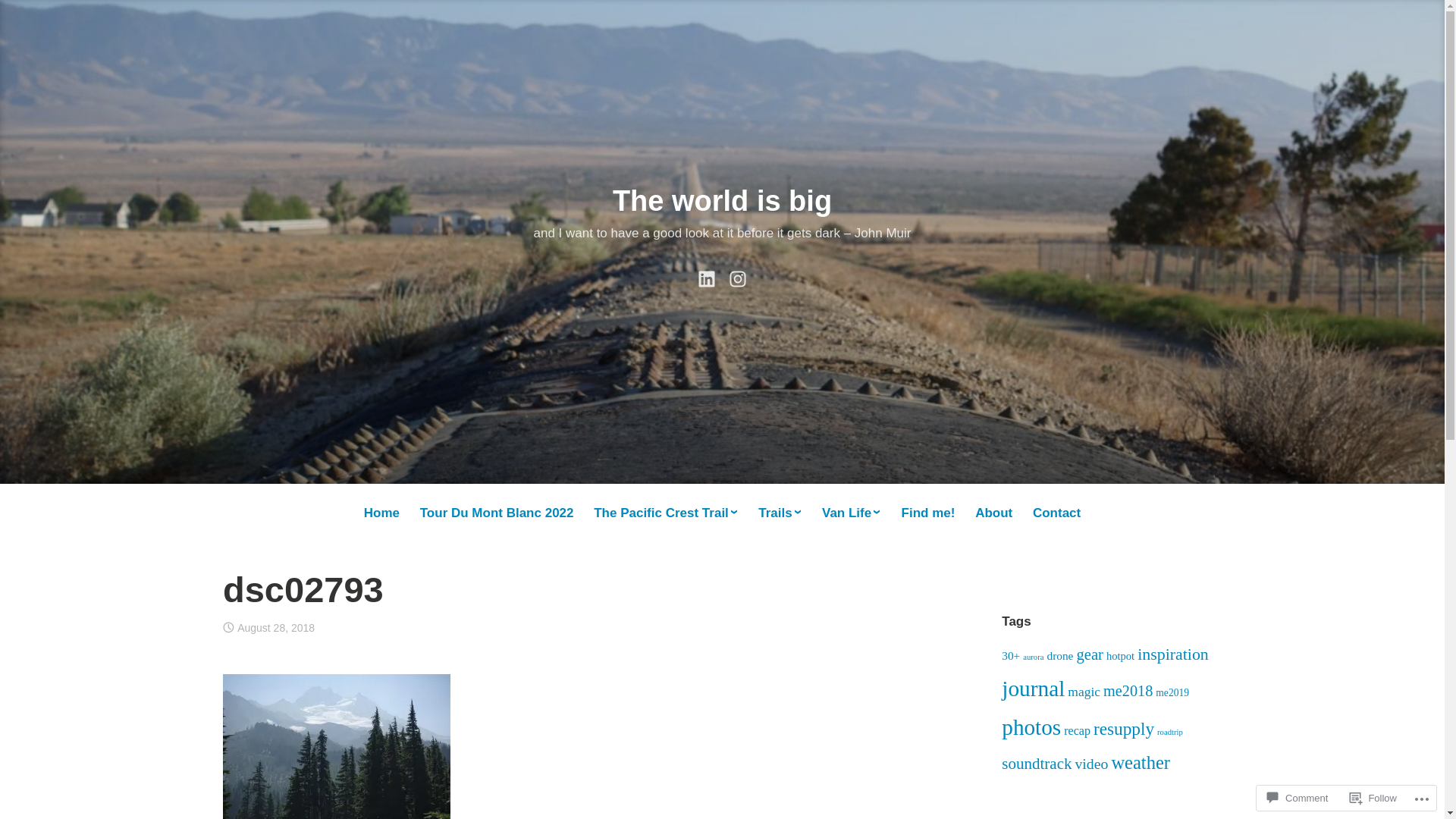  Describe the element at coordinates (381, 513) in the screenshot. I see `'Home'` at that location.